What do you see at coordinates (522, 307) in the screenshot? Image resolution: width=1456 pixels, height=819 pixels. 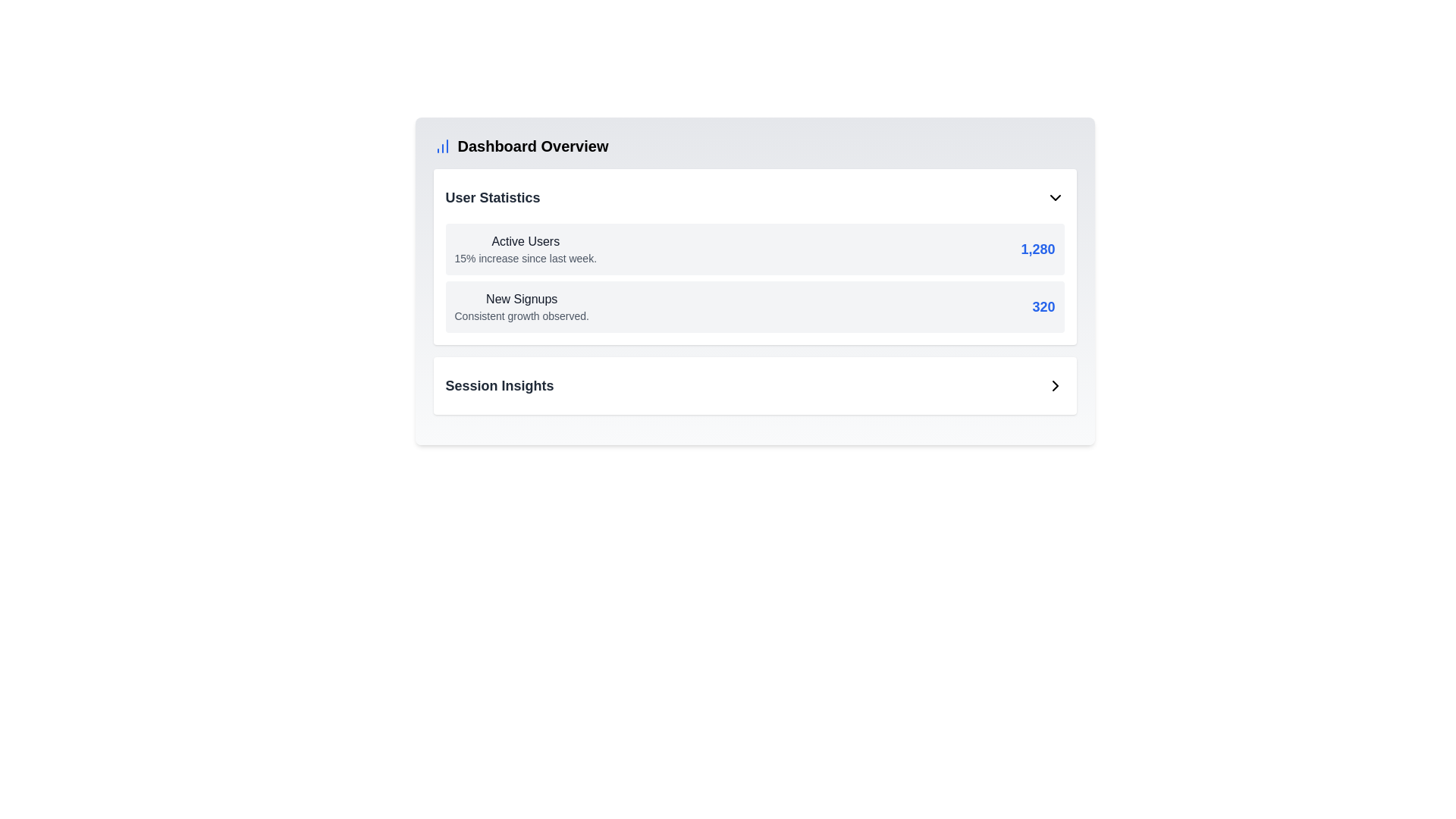 I see `the descriptive text component that provides contextual information about new user signups in the User Statistics section of the dashboard` at bounding box center [522, 307].